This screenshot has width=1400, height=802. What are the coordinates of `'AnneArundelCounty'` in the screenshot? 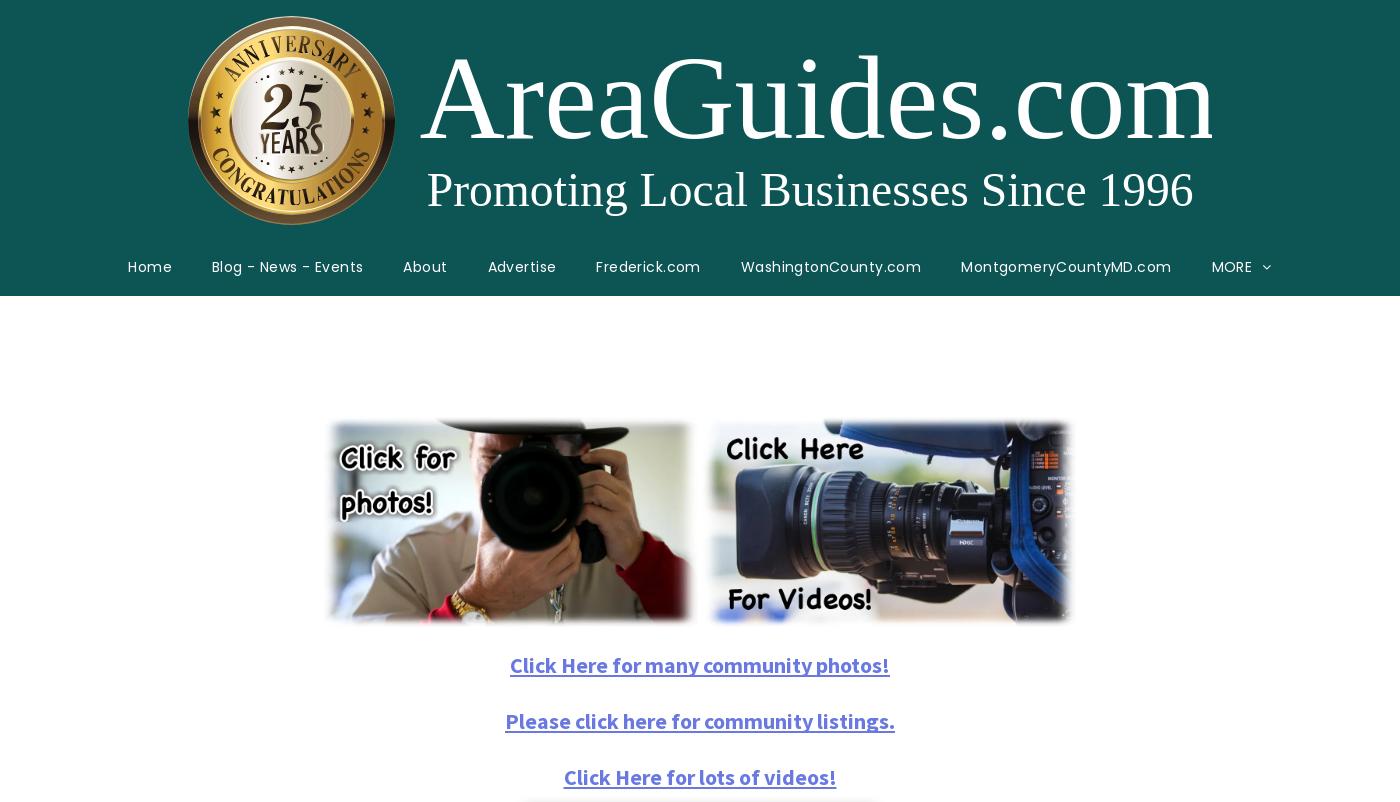 It's located at (945, 457).